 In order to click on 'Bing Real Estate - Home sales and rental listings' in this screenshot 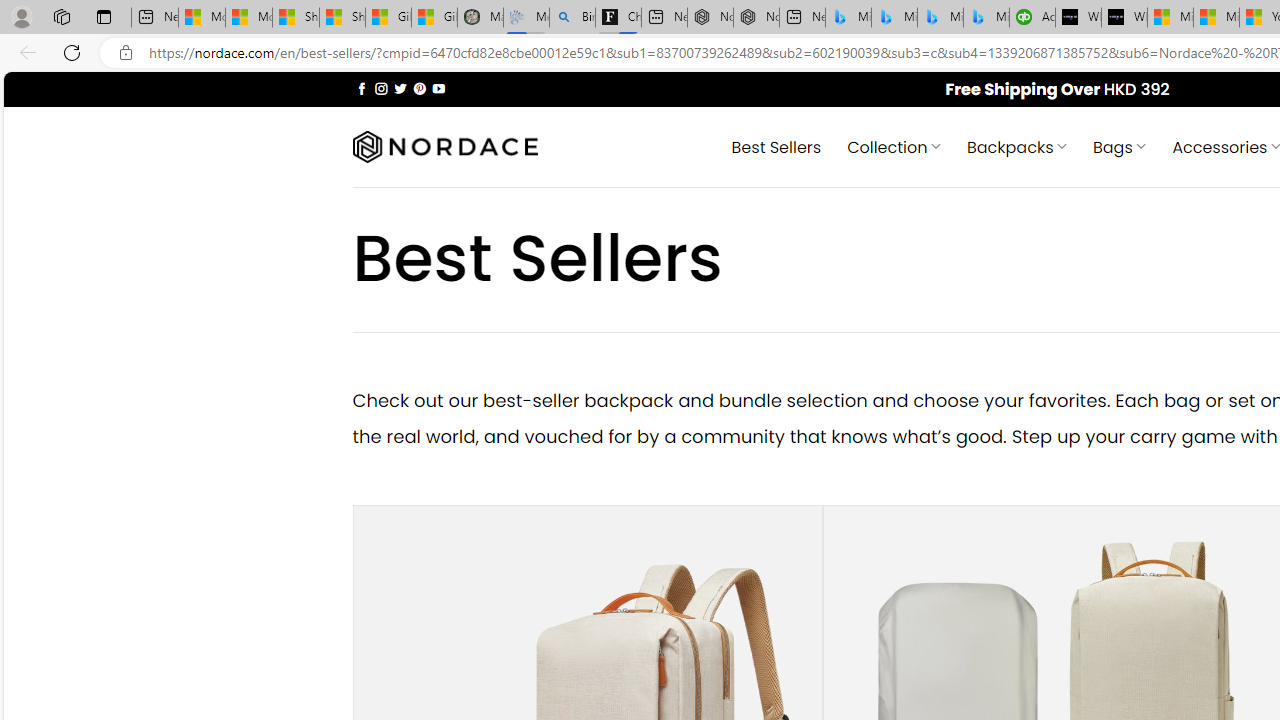, I will do `click(571, 17)`.